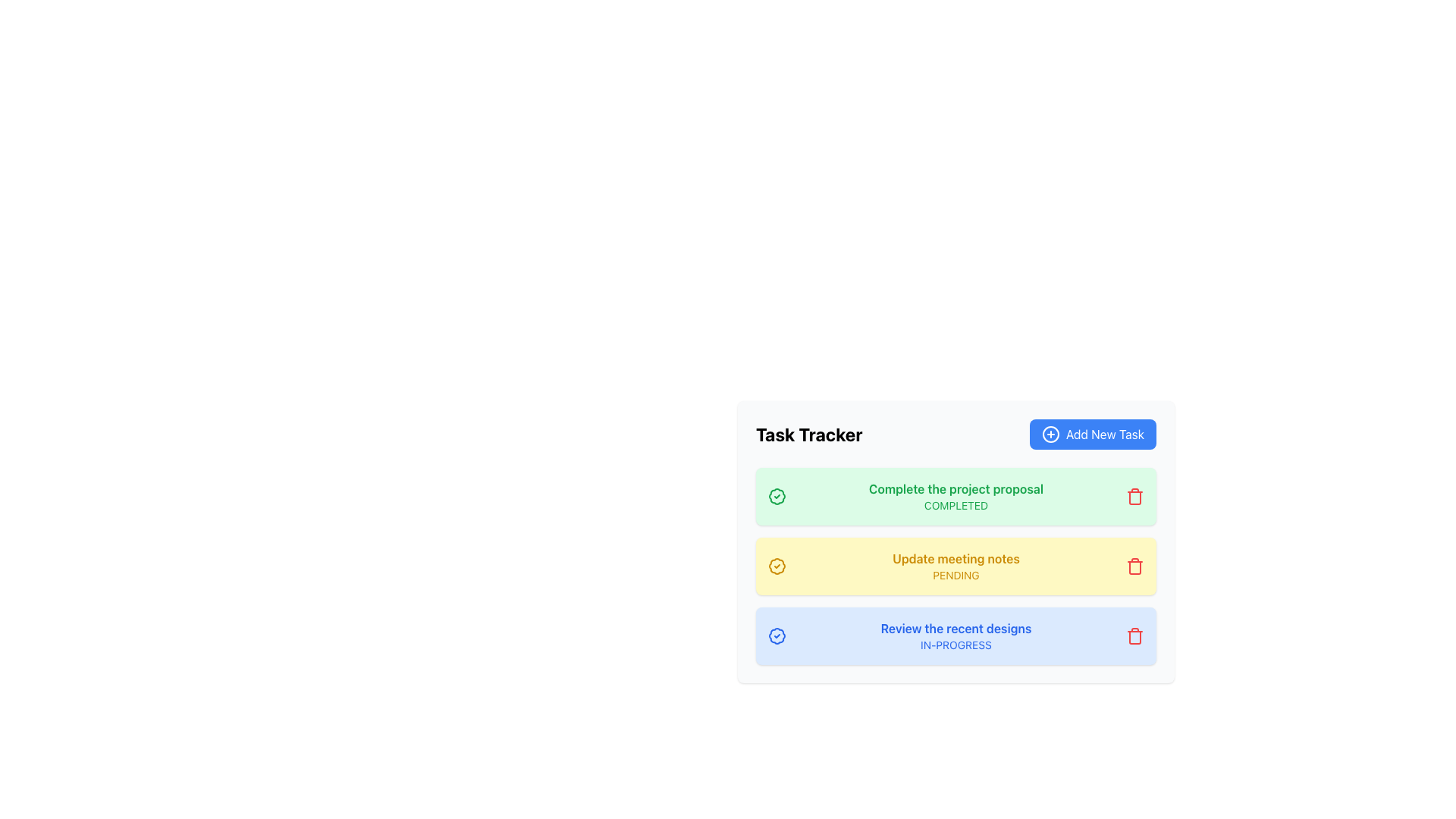 The height and width of the screenshot is (819, 1456). Describe the element at coordinates (1050, 435) in the screenshot. I see `the circular 'Add New Task' button icon that features a plus sign, positioned centrally within the button` at that location.